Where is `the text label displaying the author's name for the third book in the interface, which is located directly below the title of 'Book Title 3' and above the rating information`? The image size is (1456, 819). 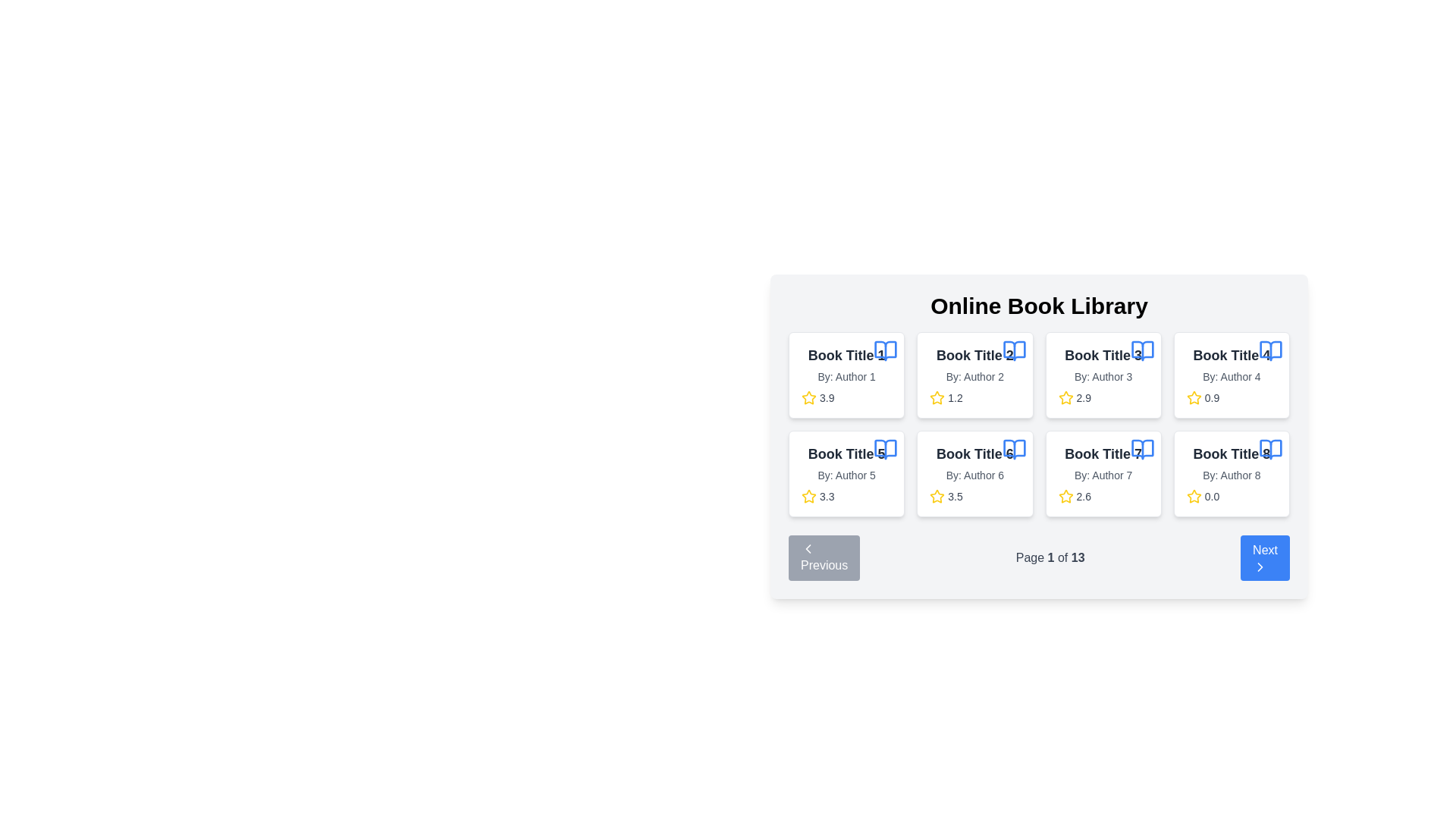 the text label displaying the author's name for the third book in the interface, which is located directly below the title of 'Book Title 3' and above the rating information is located at coordinates (1103, 376).